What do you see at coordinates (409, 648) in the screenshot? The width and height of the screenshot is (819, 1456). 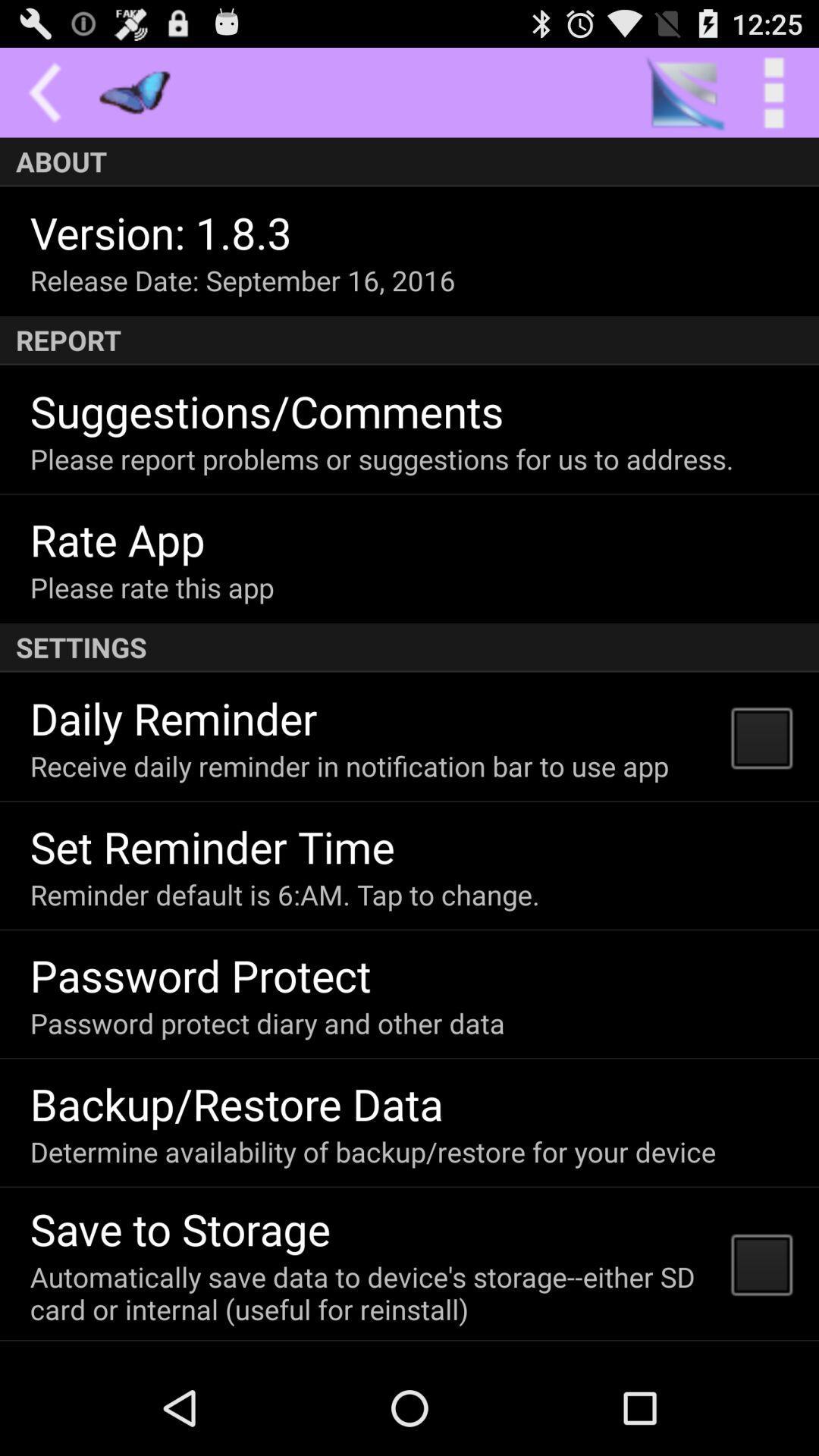 I see `item above the daily reminder` at bounding box center [409, 648].